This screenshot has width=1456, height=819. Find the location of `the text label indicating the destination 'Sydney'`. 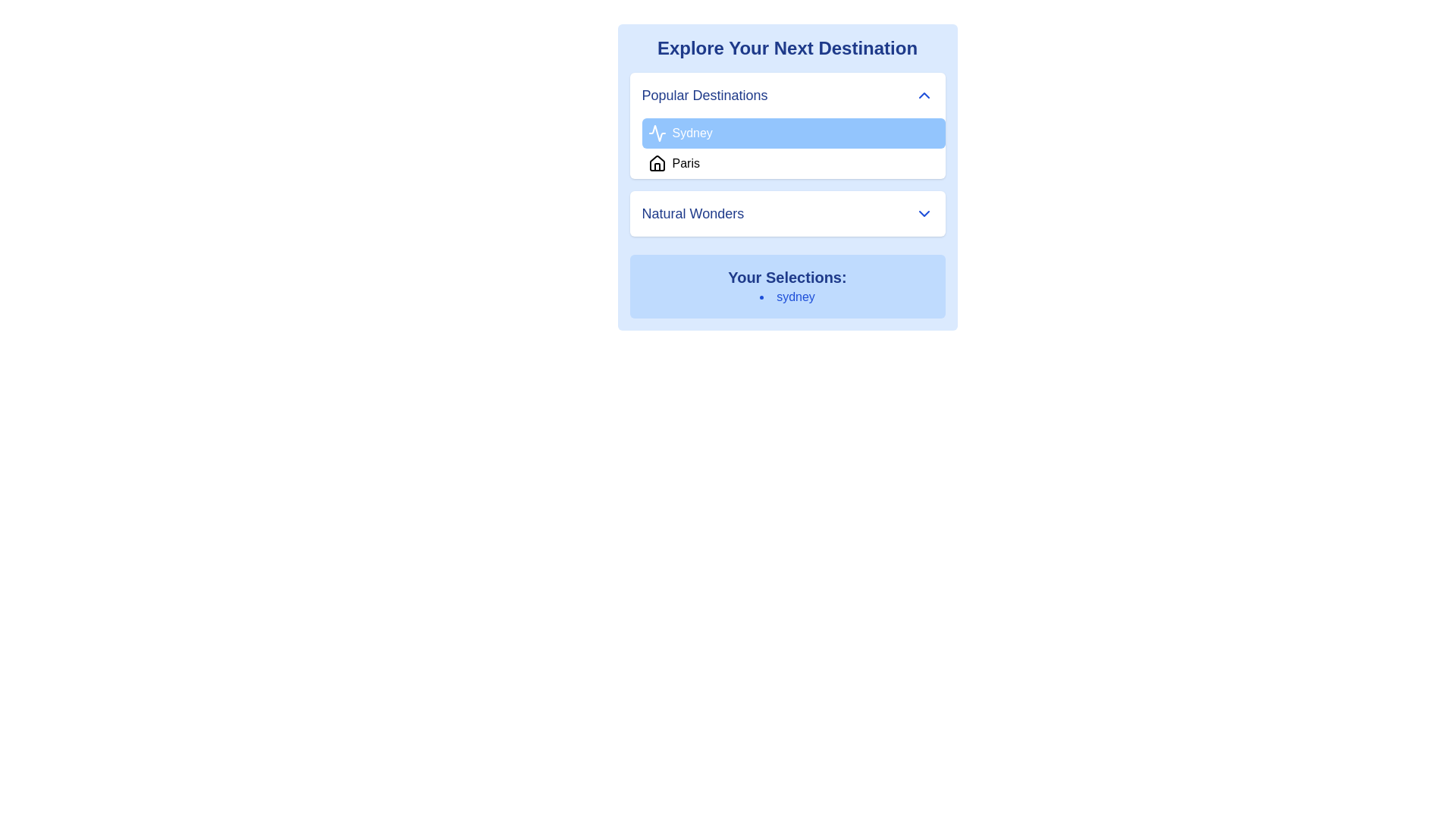

the text label indicating the destination 'Sydney' is located at coordinates (692, 133).